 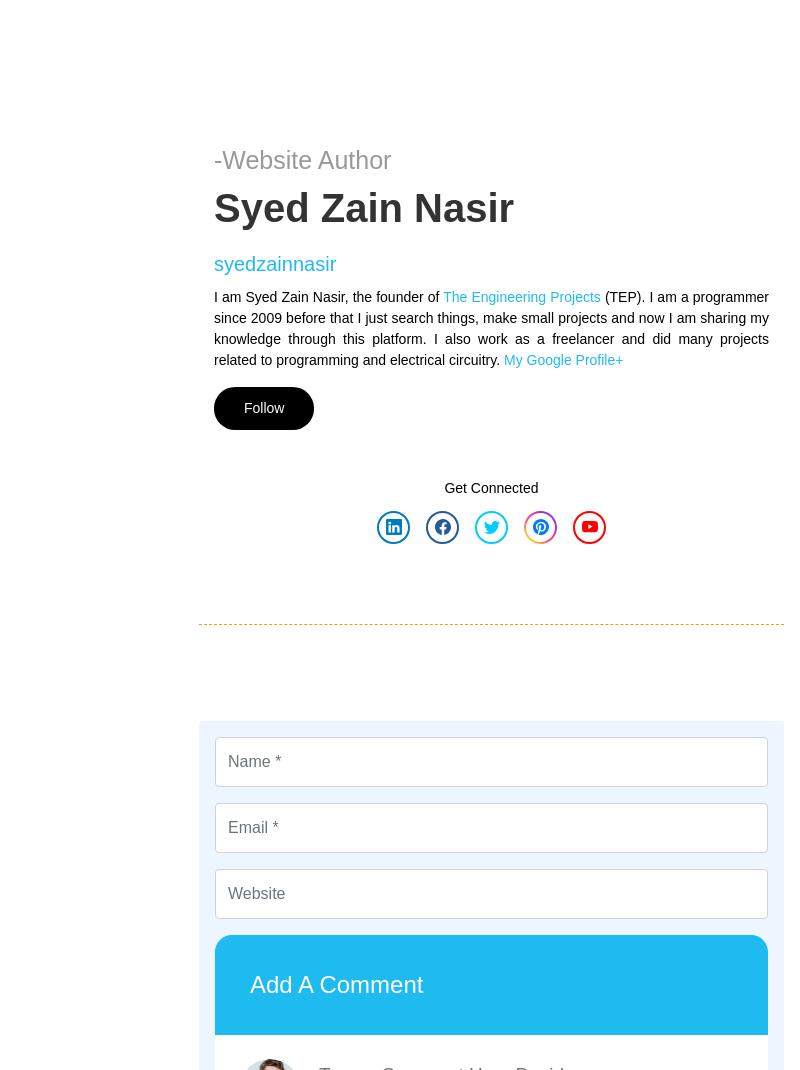 I want to click on 'Get Connected', so click(x=443, y=486).